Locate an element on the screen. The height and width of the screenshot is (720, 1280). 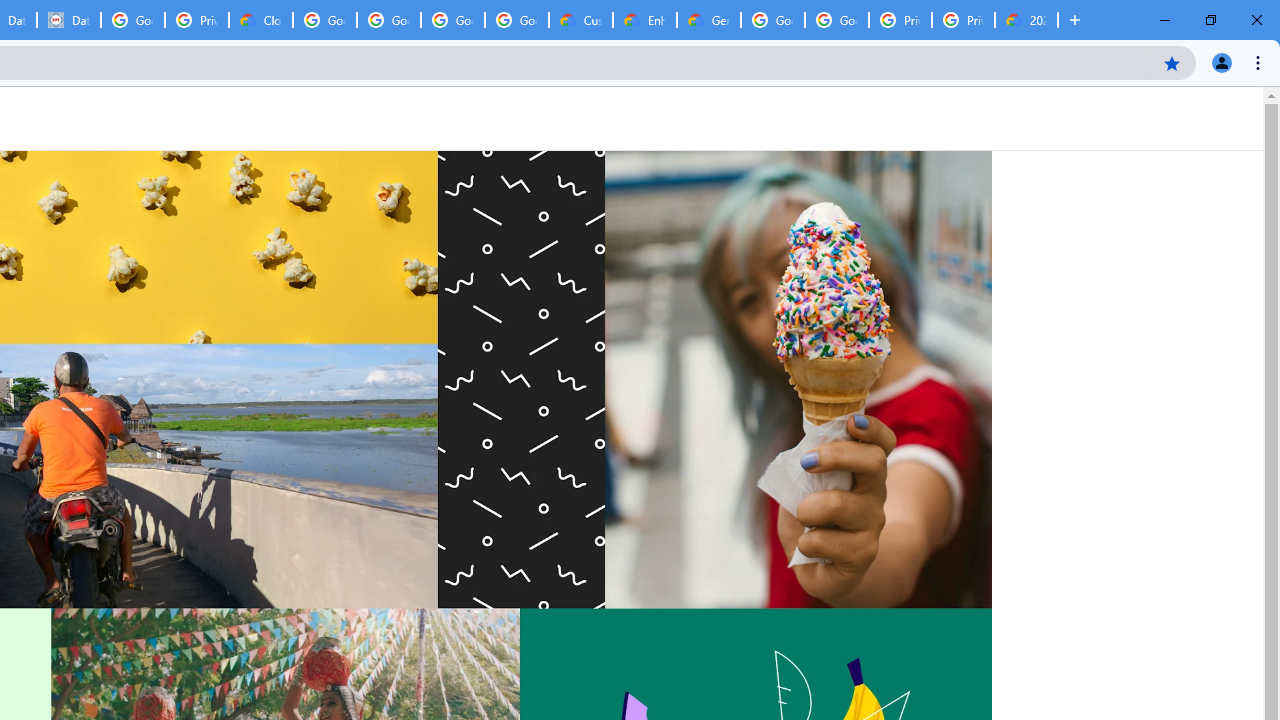
'Enhanced Support | Google Cloud' is located at coordinates (645, 20).